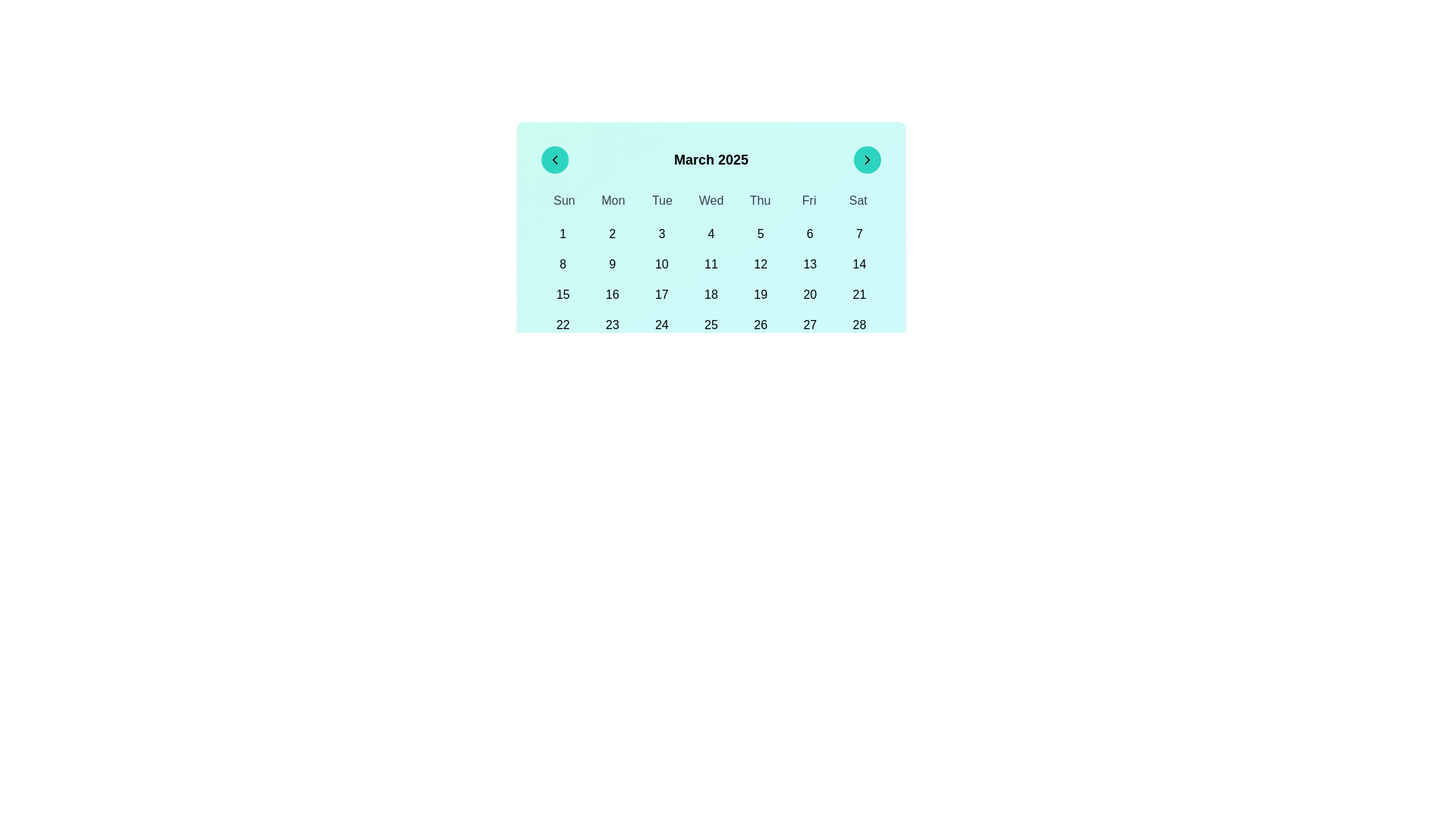  I want to click on the left arrow SVG icon for keyboard interaction, so click(554, 160).